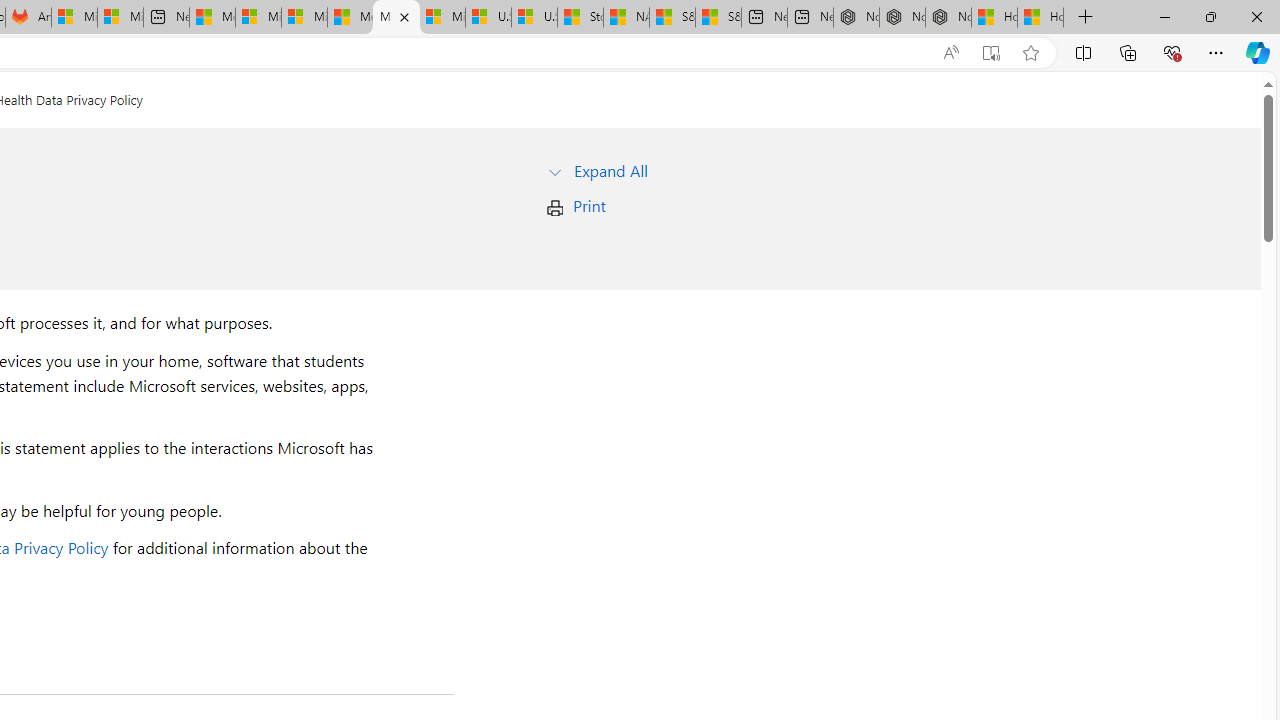 This screenshot has width=1280, height=720. I want to click on 'Close', so click(1255, 16).